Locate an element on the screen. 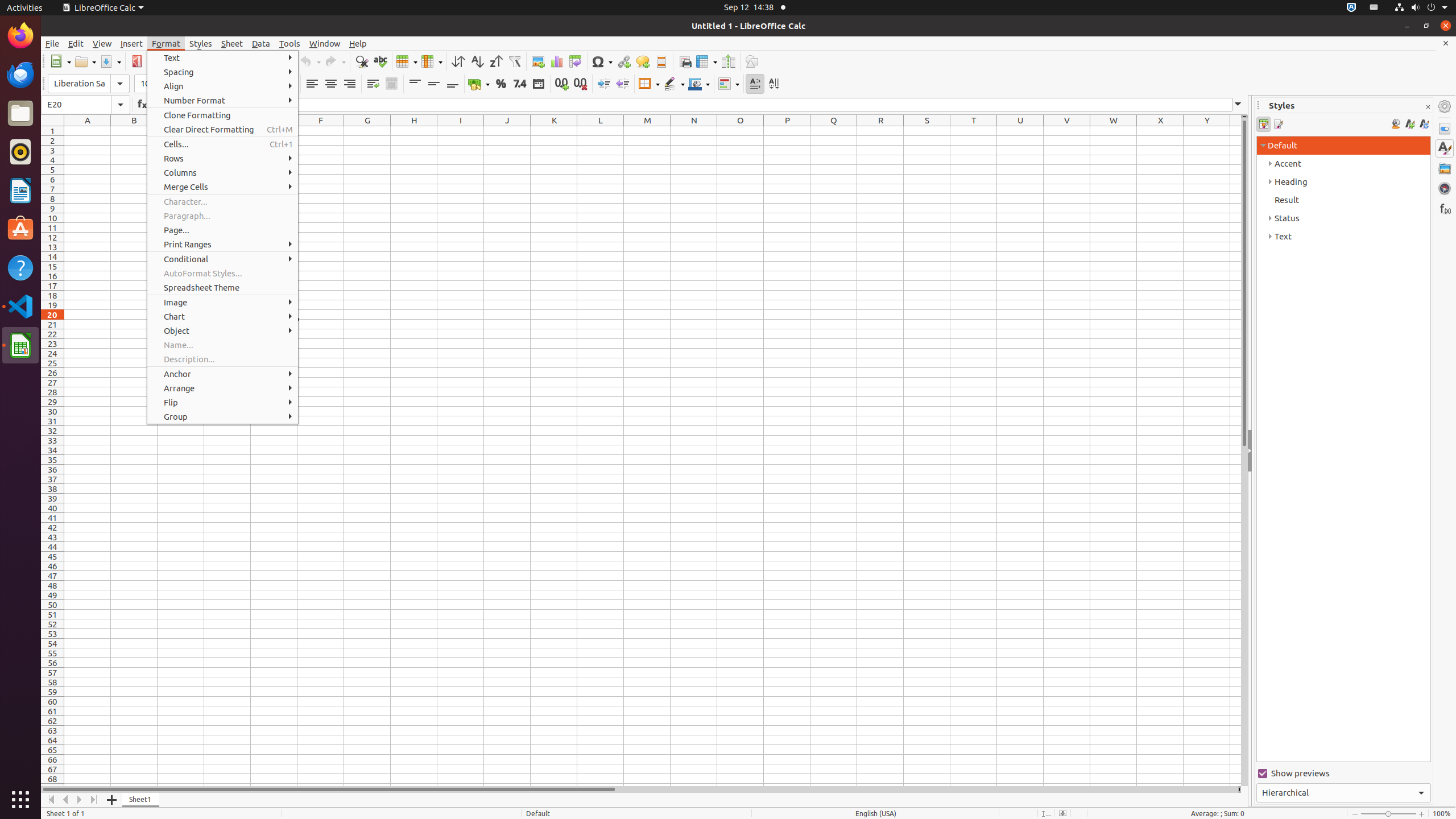 The height and width of the screenshot is (819, 1456). 'Spelling' is located at coordinates (380, 61).